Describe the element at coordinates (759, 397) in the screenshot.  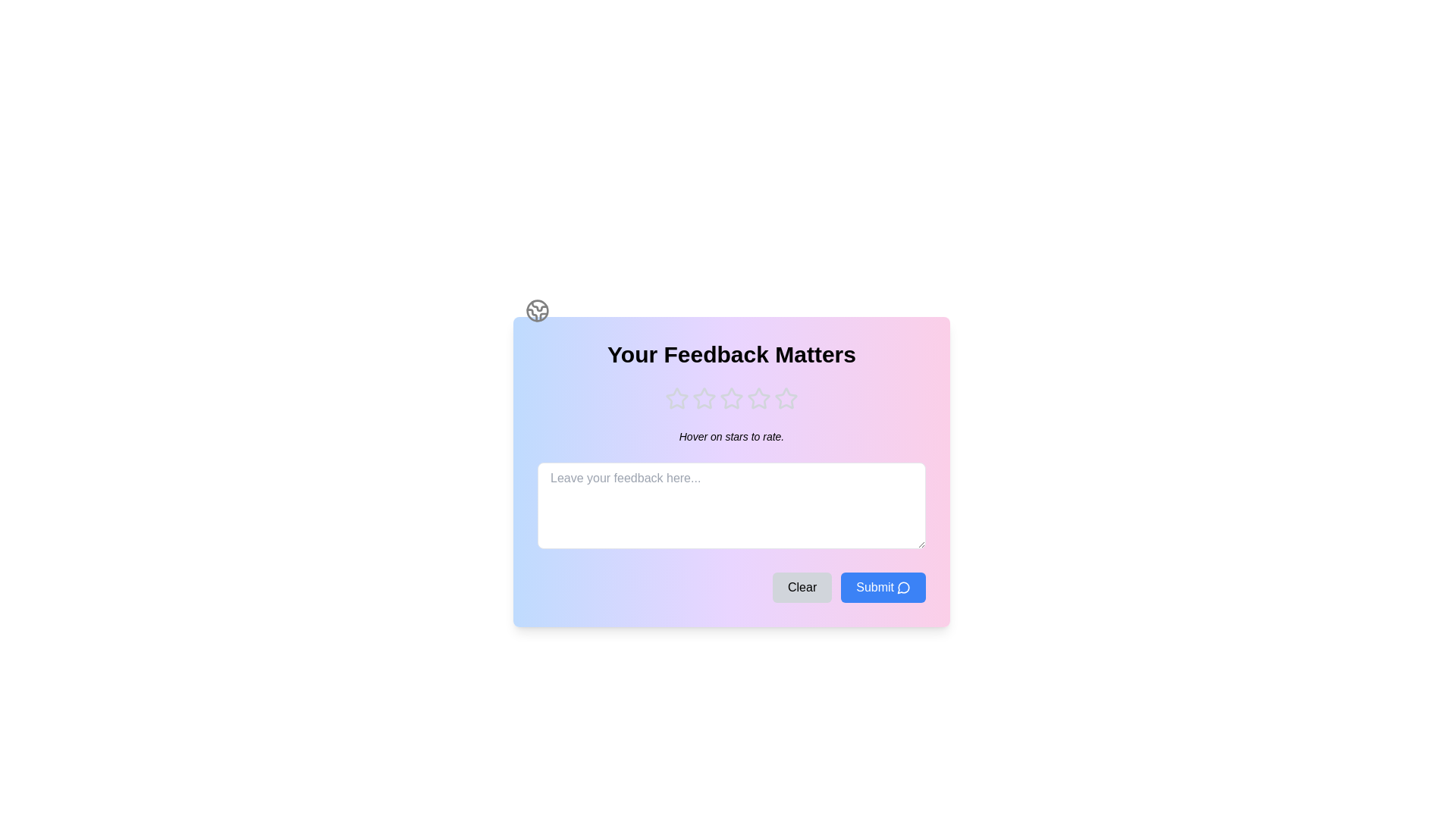
I see `the star rating to 4 by clicking on the respective star` at that location.